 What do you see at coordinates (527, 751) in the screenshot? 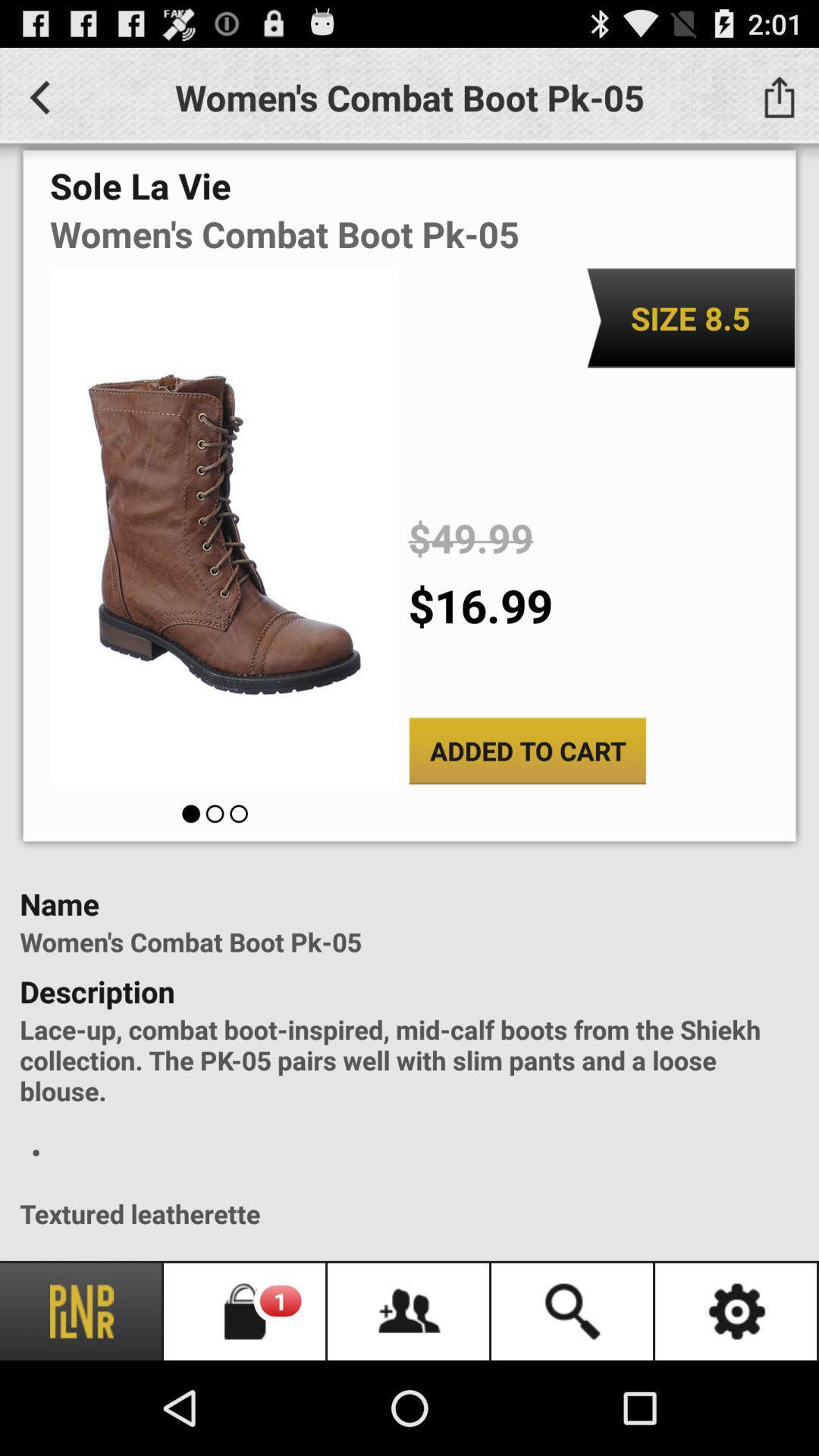
I see `added to cart` at bounding box center [527, 751].